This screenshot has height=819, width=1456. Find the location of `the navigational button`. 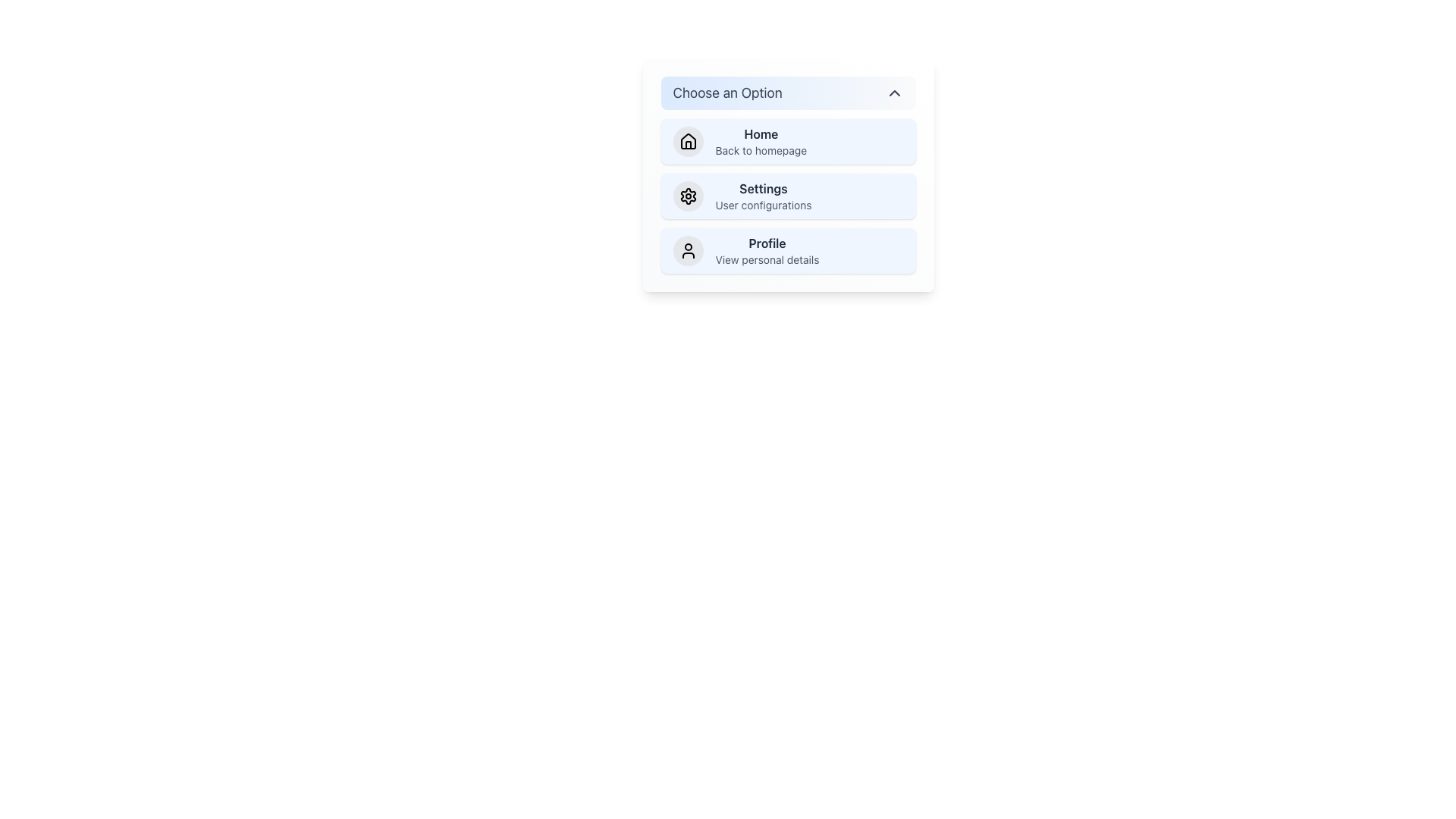

the navigational button is located at coordinates (788, 250).